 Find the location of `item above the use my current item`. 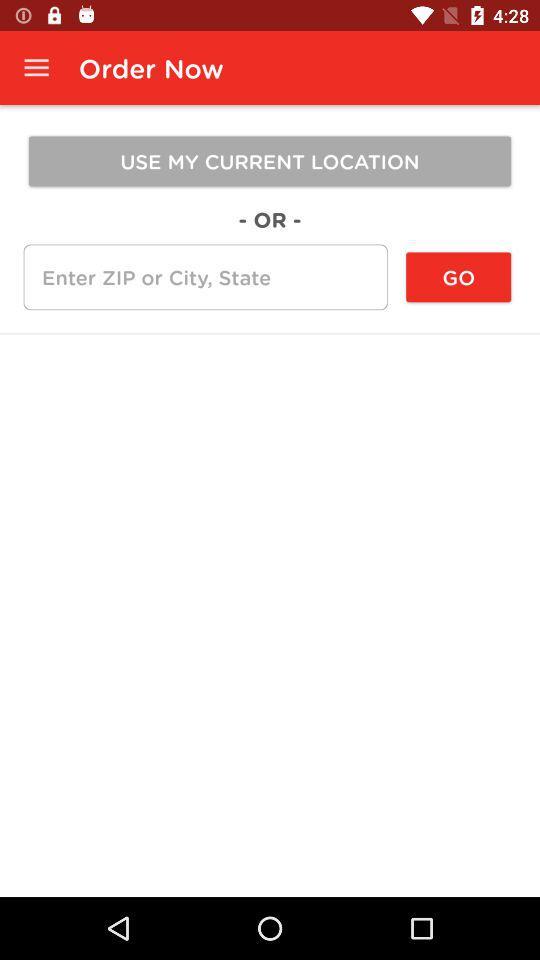

item above the use my current item is located at coordinates (36, 68).